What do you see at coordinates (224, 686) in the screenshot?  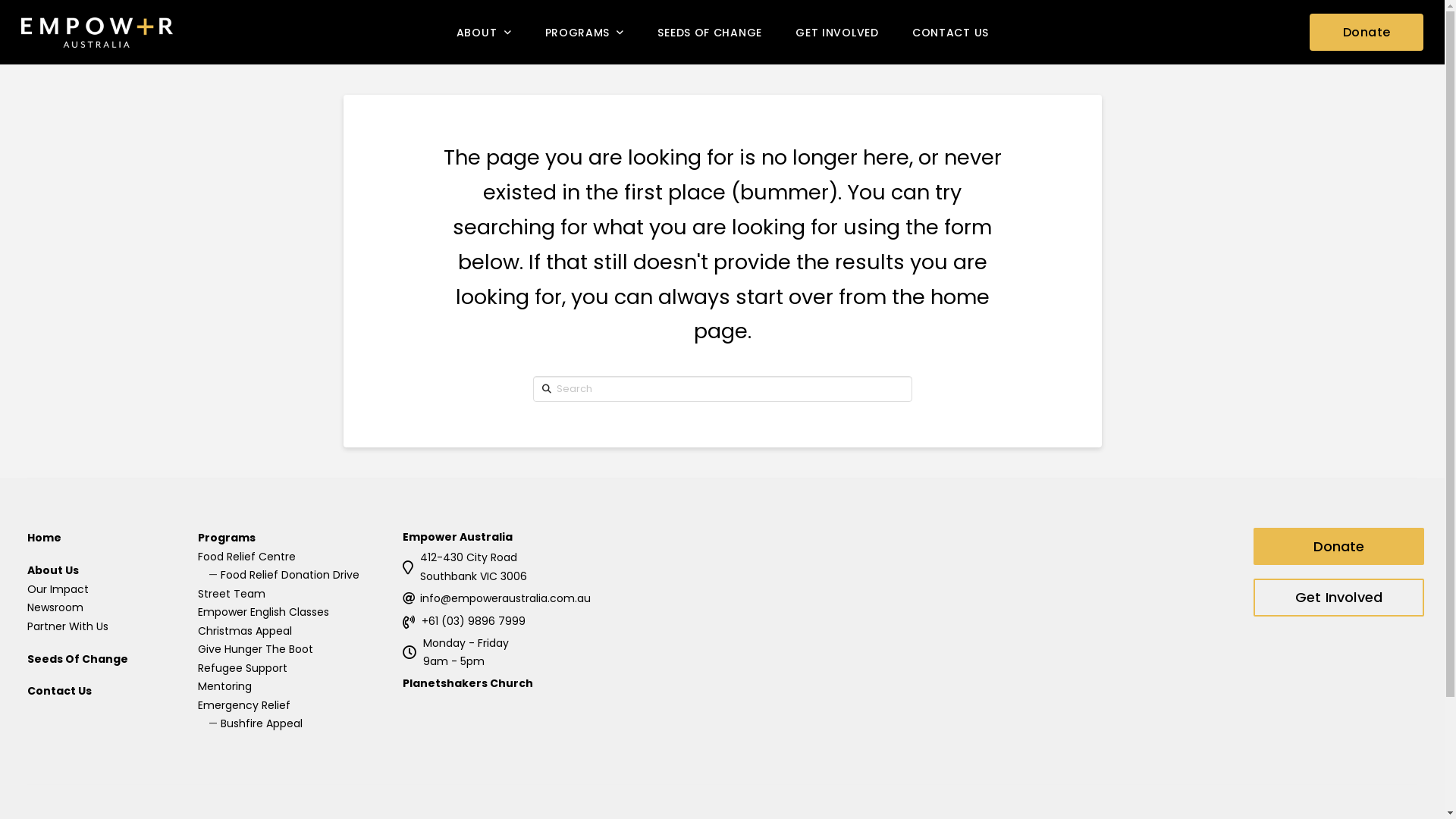 I see `'Mentoring'` at bounding box center [224, 686].